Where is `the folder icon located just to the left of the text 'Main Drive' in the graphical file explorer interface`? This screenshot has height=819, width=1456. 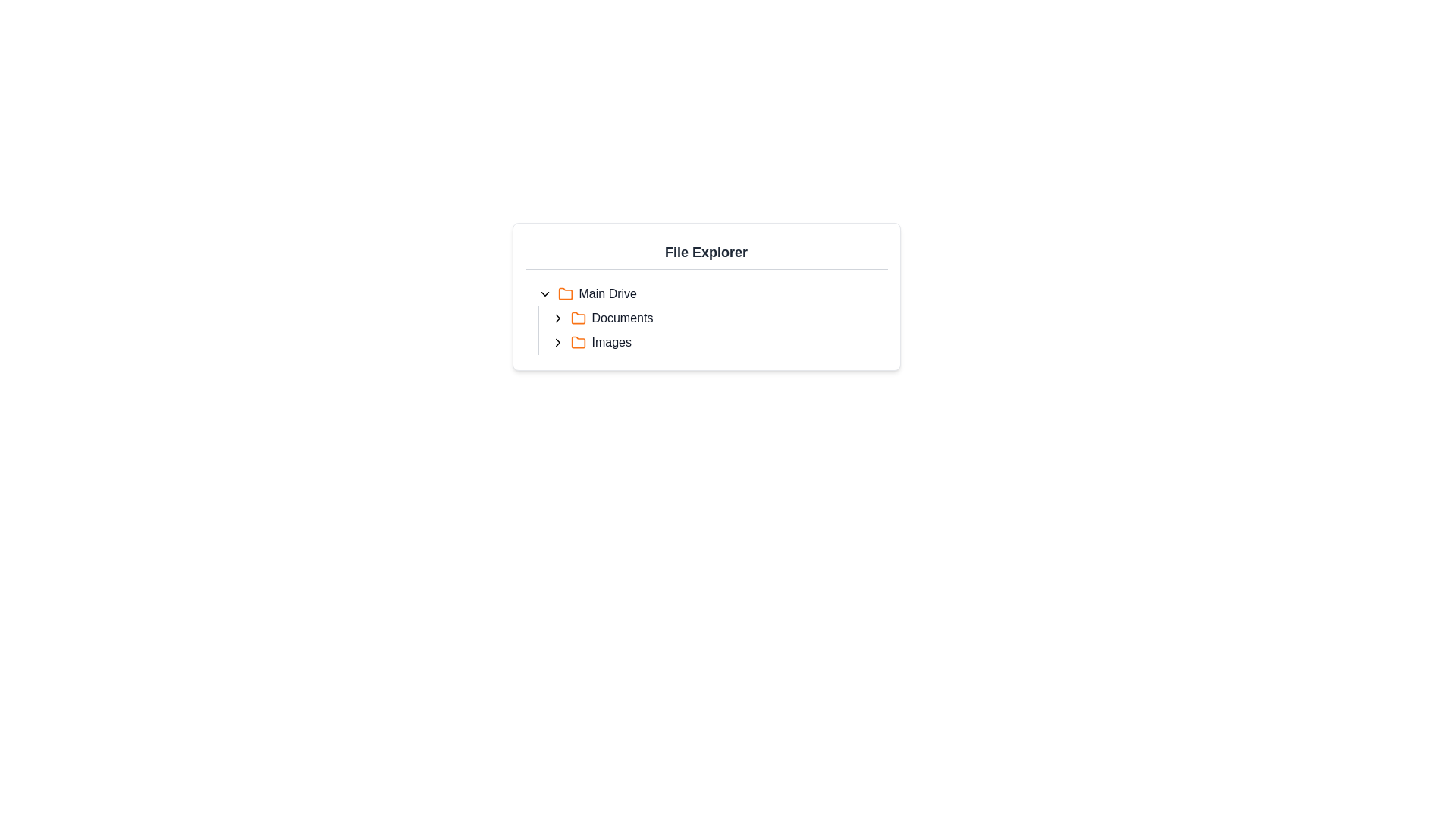
the folder icon located just to the left of the text 'Main Drive' in the graphical file explorer interface is located at coordinates (564, 294).